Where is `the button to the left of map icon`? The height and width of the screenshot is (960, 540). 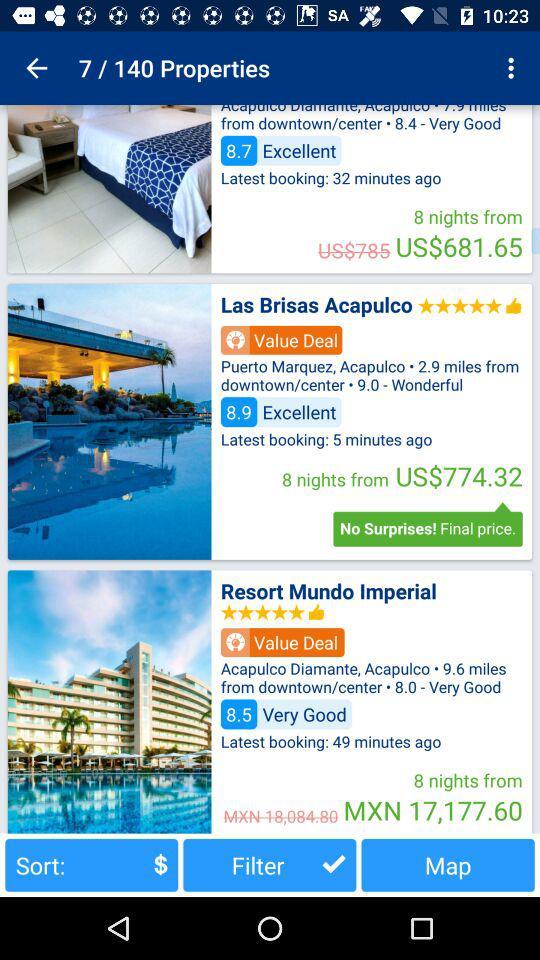
the button to the left of map icon is located at coordinates (269, 864).